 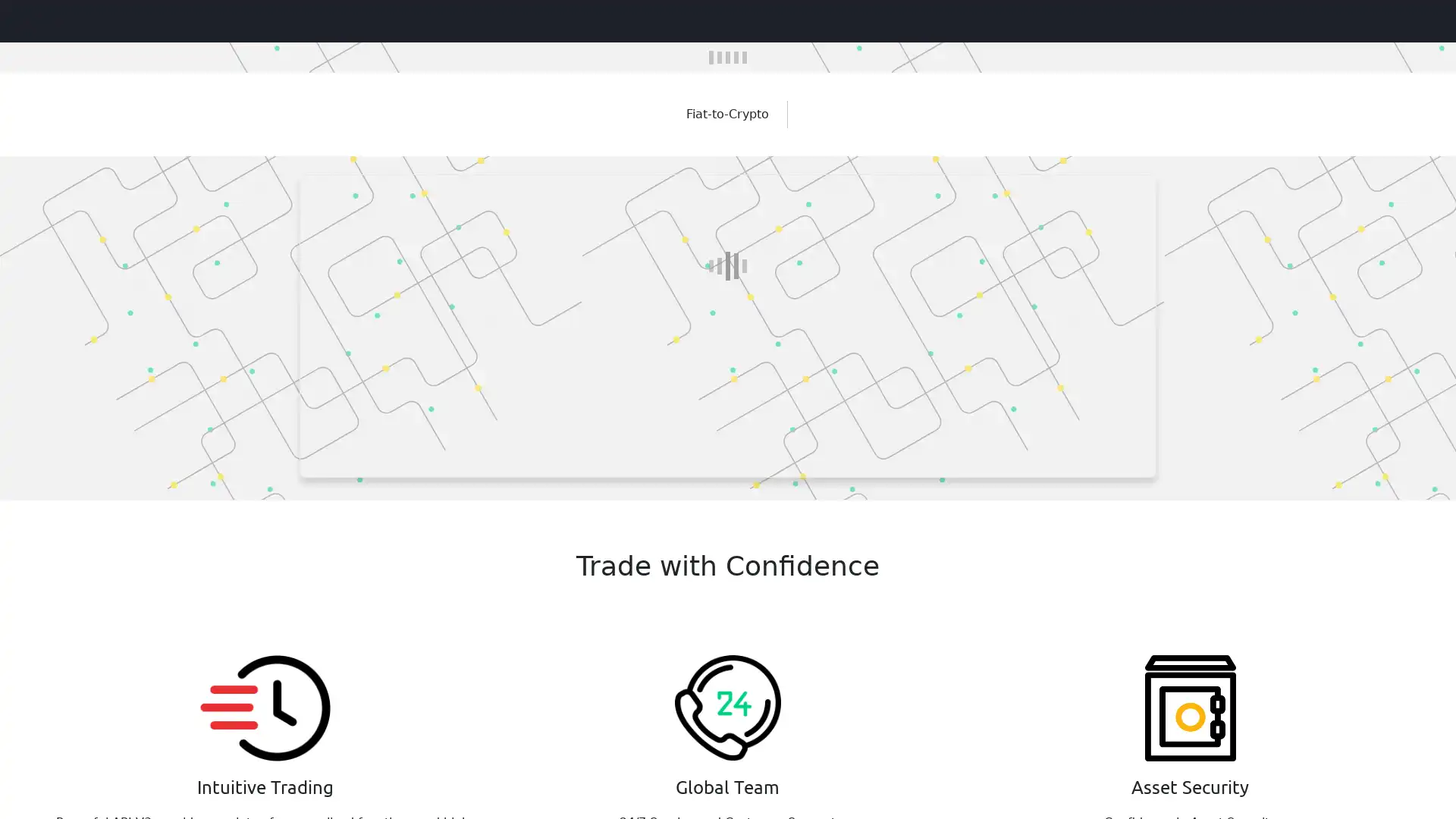 What do you see at coordinates (1404, 20) in the screenshot?
I see `English` at bounding box center [1404, 20].